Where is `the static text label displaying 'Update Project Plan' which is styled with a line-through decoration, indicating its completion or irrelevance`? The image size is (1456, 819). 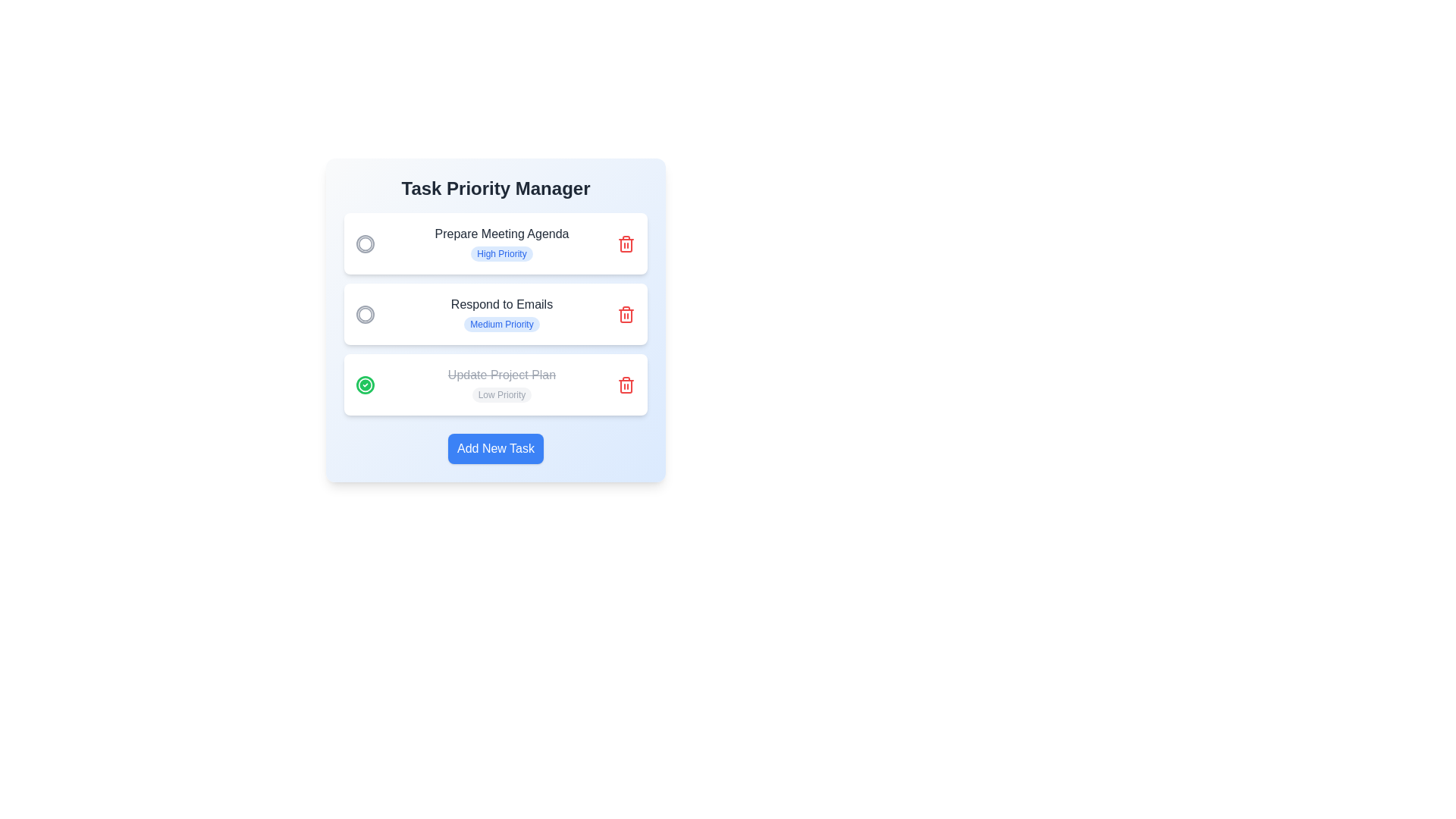
the static text label displaying 'Update Project Plan' which is styled with a line-through decoration, indicating its completion or irrelevance is located at coordinates (502, 375).